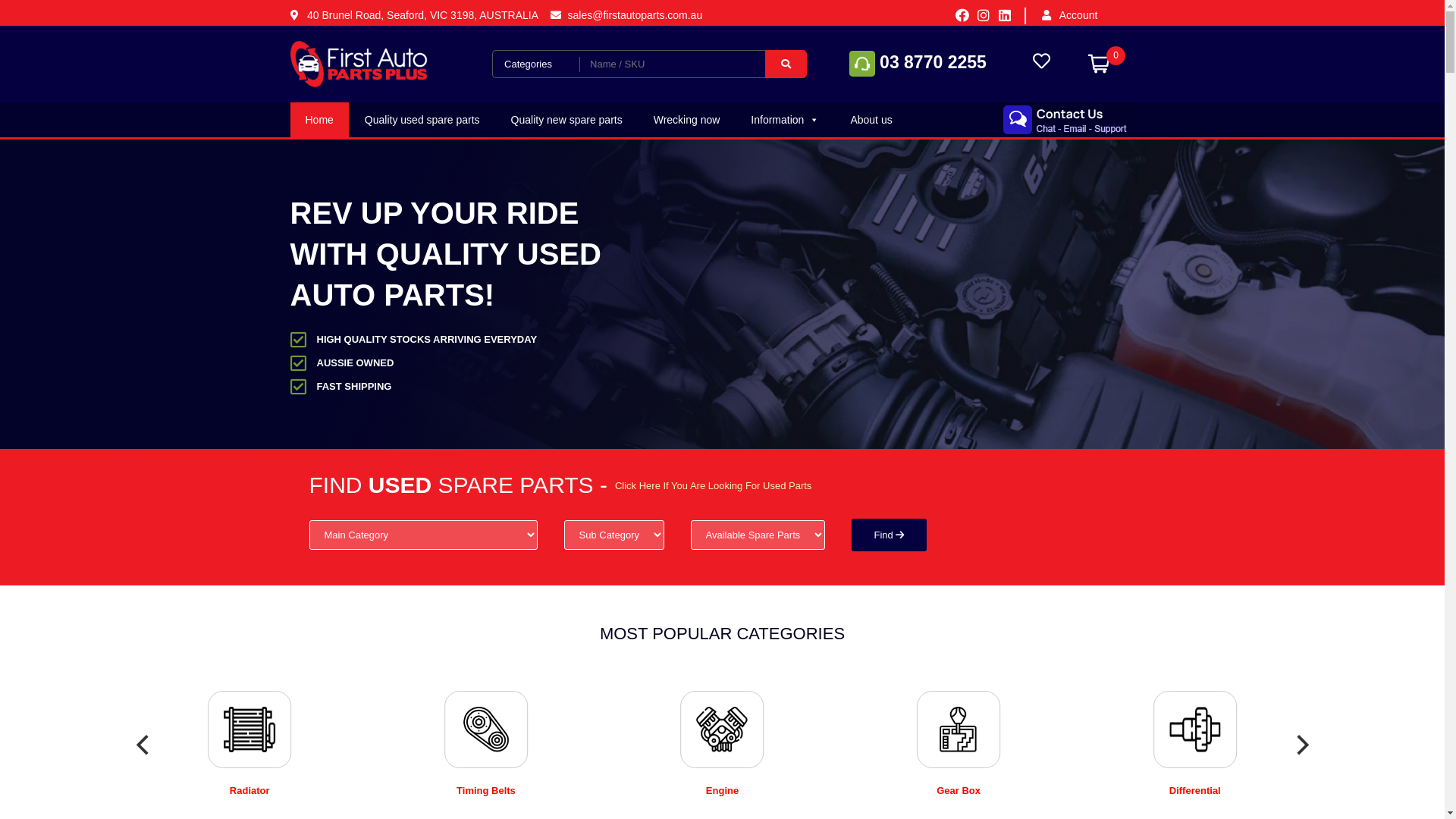  What do you see at coordinates (549, 15) in the screenshot?
I see `'sales@firstautoparts.com.au'` at bounding box center [549, 15].